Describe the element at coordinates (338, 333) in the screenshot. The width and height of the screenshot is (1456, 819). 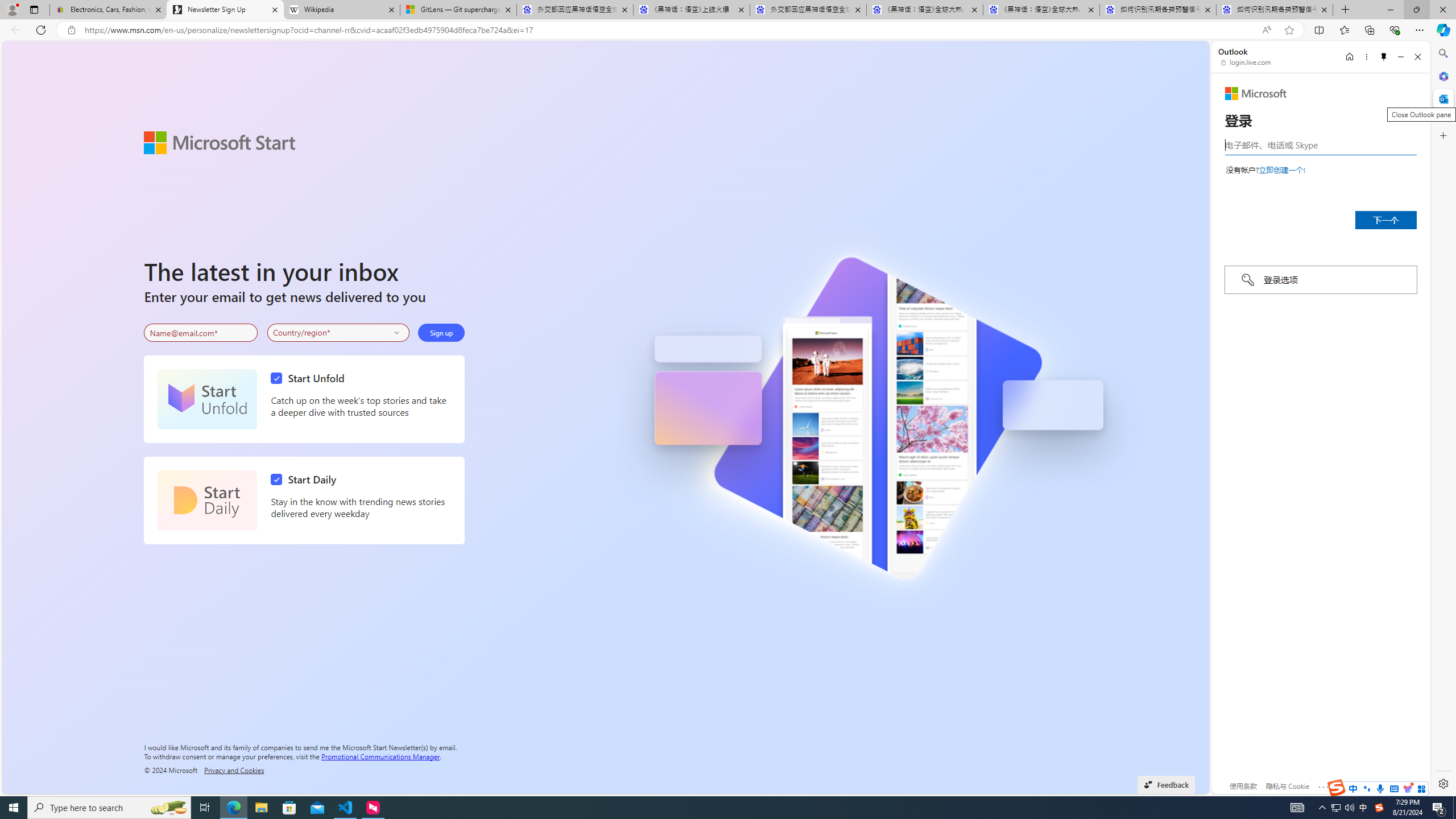
I see `'Select your country'` at that location.